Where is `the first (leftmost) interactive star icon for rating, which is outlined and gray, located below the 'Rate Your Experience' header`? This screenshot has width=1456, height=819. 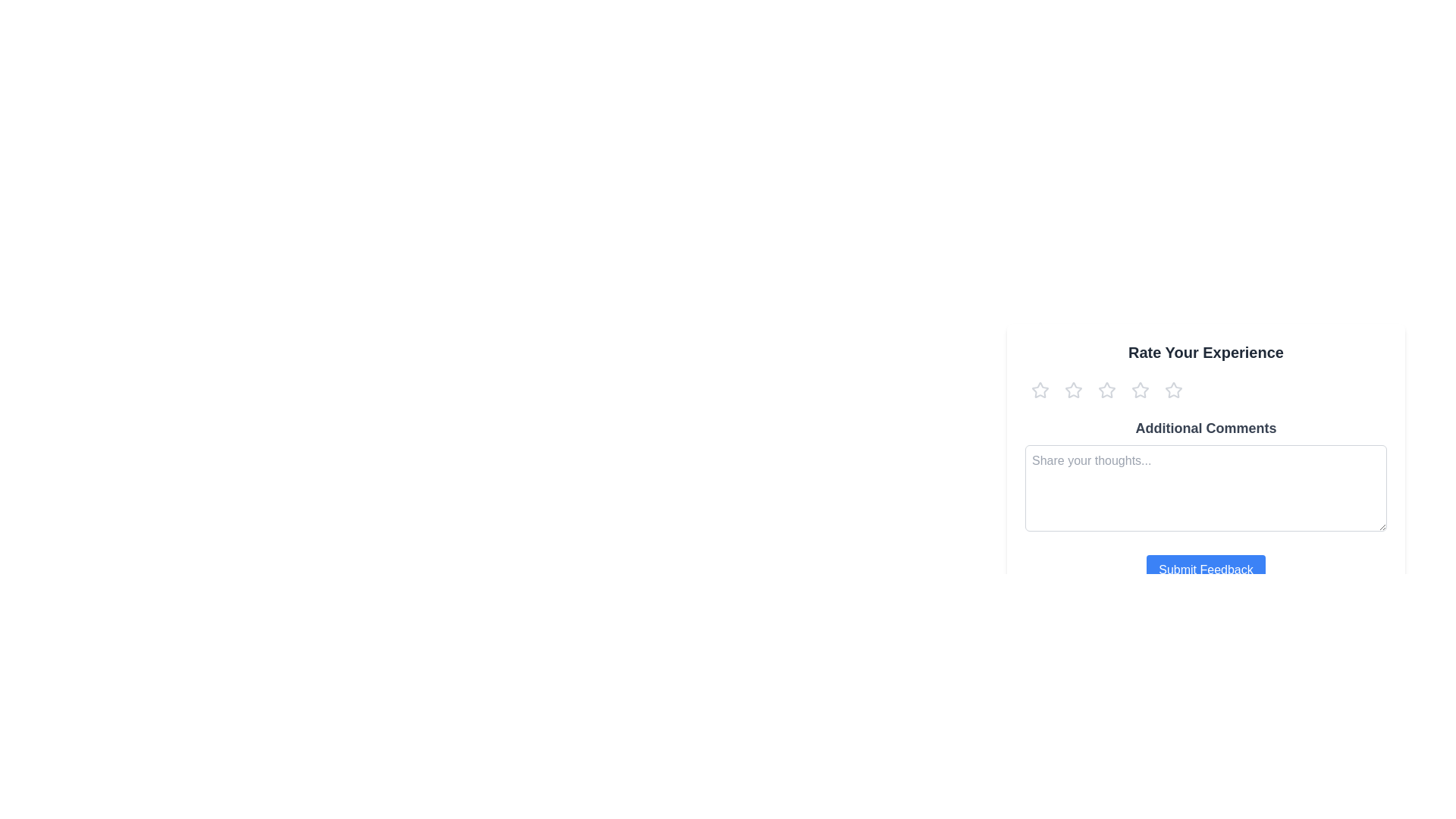
the first (leftmost) interactive star icon for rating, which is outlined and gray, located below the 'Rate Your Experience' header is located at coordinates (1040, 390).